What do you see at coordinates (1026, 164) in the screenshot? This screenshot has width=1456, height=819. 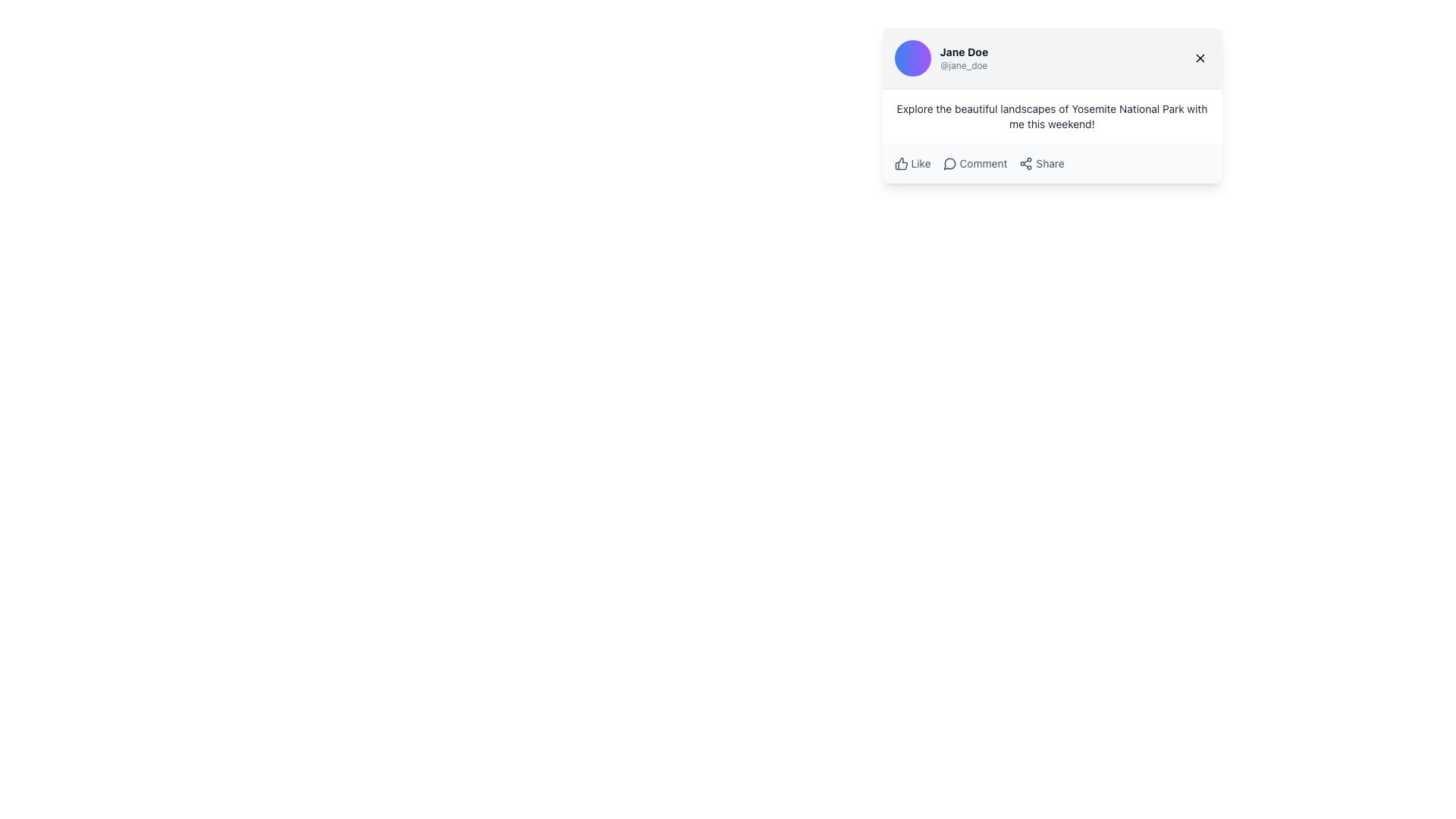 I see `the 'Share' icon located` at bounding box center [1026, 164].